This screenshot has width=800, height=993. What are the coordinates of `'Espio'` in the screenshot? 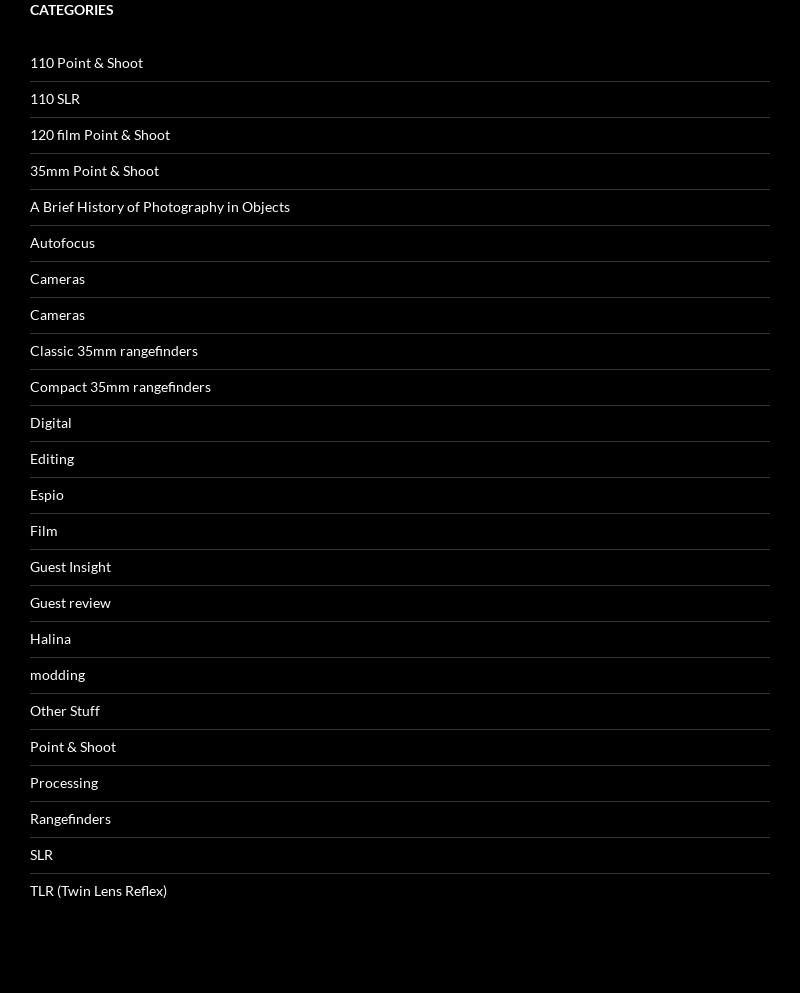 It's located at (45, 213).